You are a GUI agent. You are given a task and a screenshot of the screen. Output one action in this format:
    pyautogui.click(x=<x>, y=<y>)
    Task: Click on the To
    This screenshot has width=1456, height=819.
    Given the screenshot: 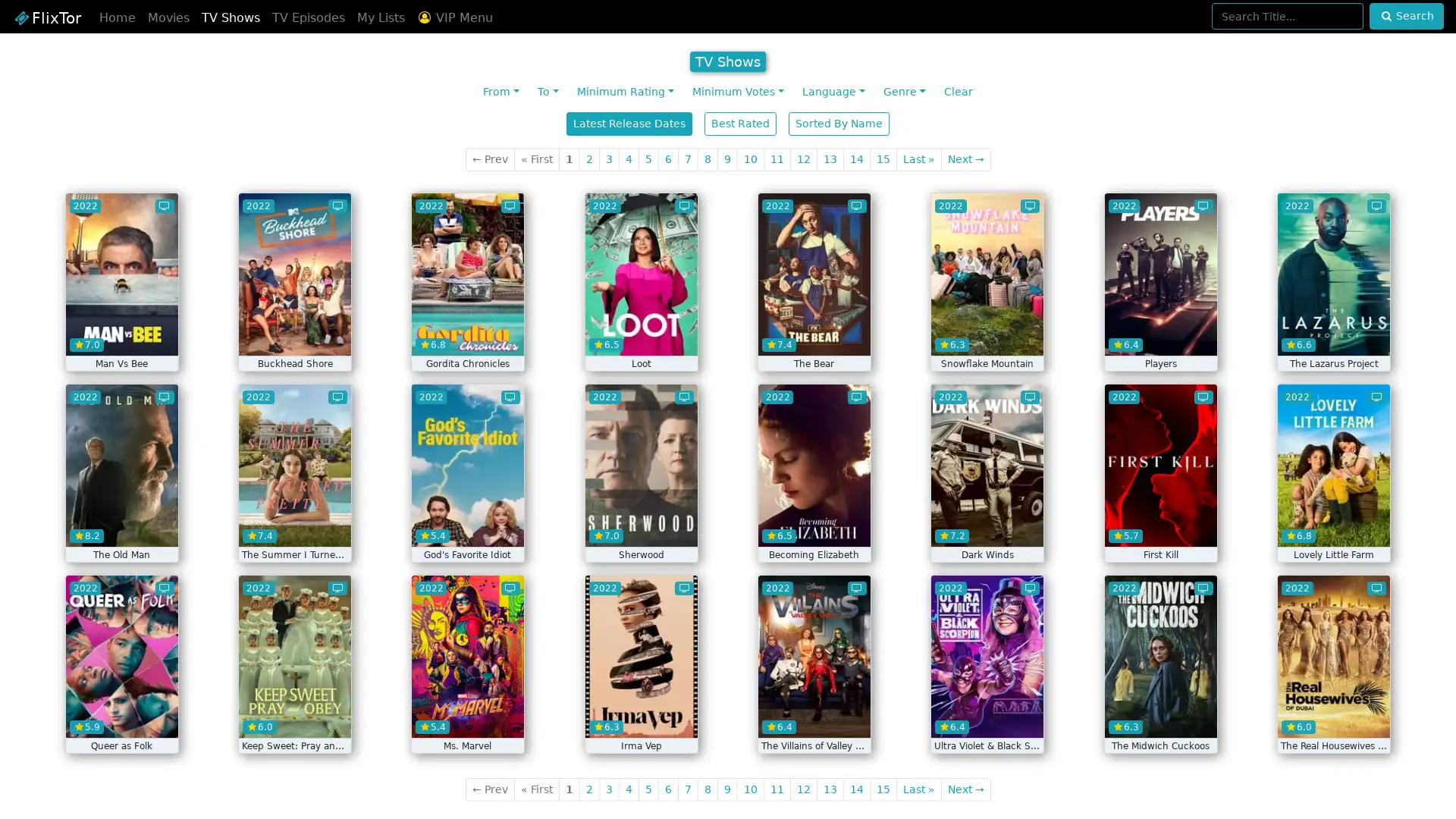 What is the action you would take?
    pyautogui.click(x=548, y=92)
    